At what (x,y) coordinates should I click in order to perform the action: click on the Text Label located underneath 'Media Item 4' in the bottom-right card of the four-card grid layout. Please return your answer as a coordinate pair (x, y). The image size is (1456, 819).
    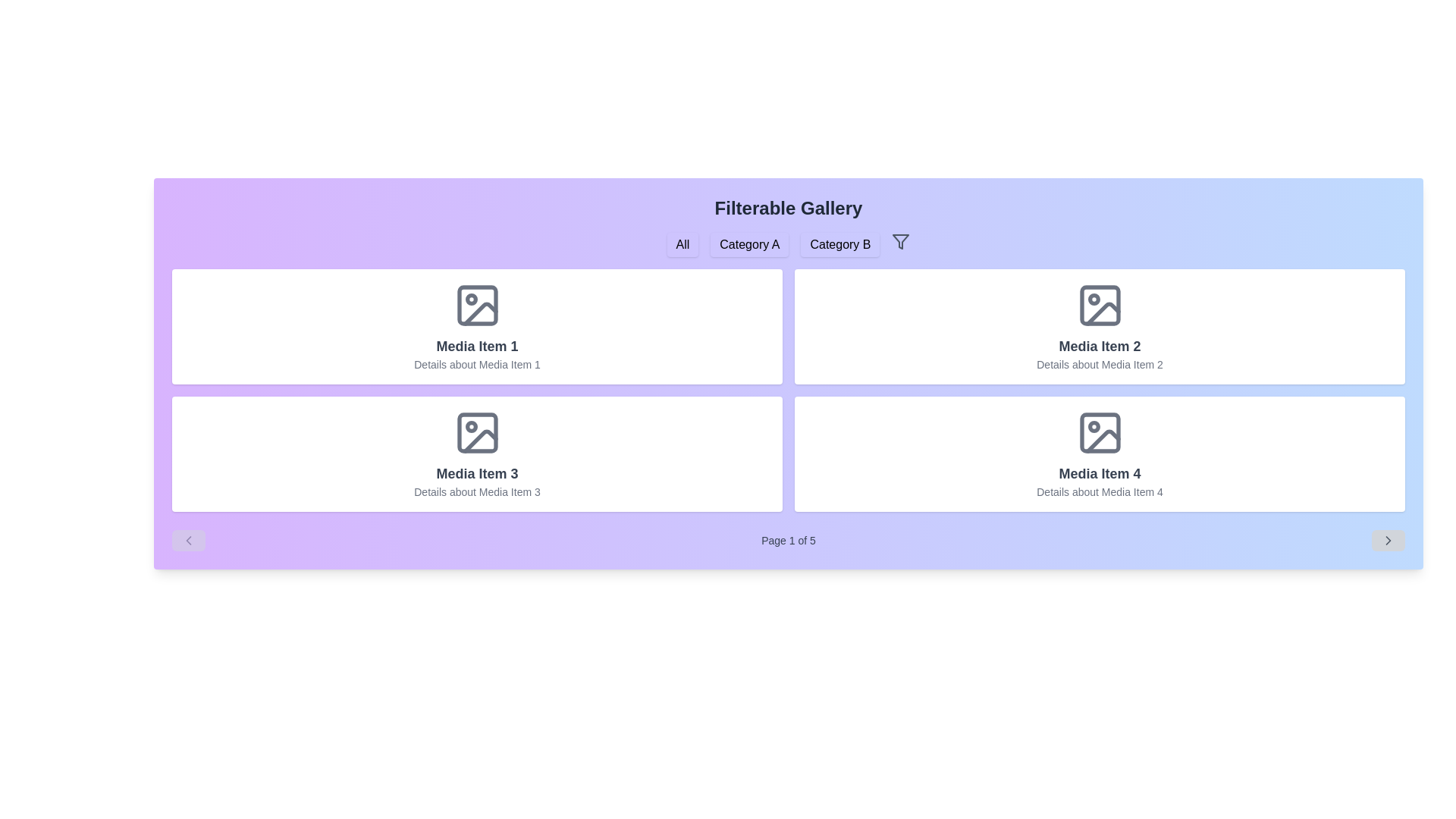
    Looking at the image, I should click on (1100, 491).